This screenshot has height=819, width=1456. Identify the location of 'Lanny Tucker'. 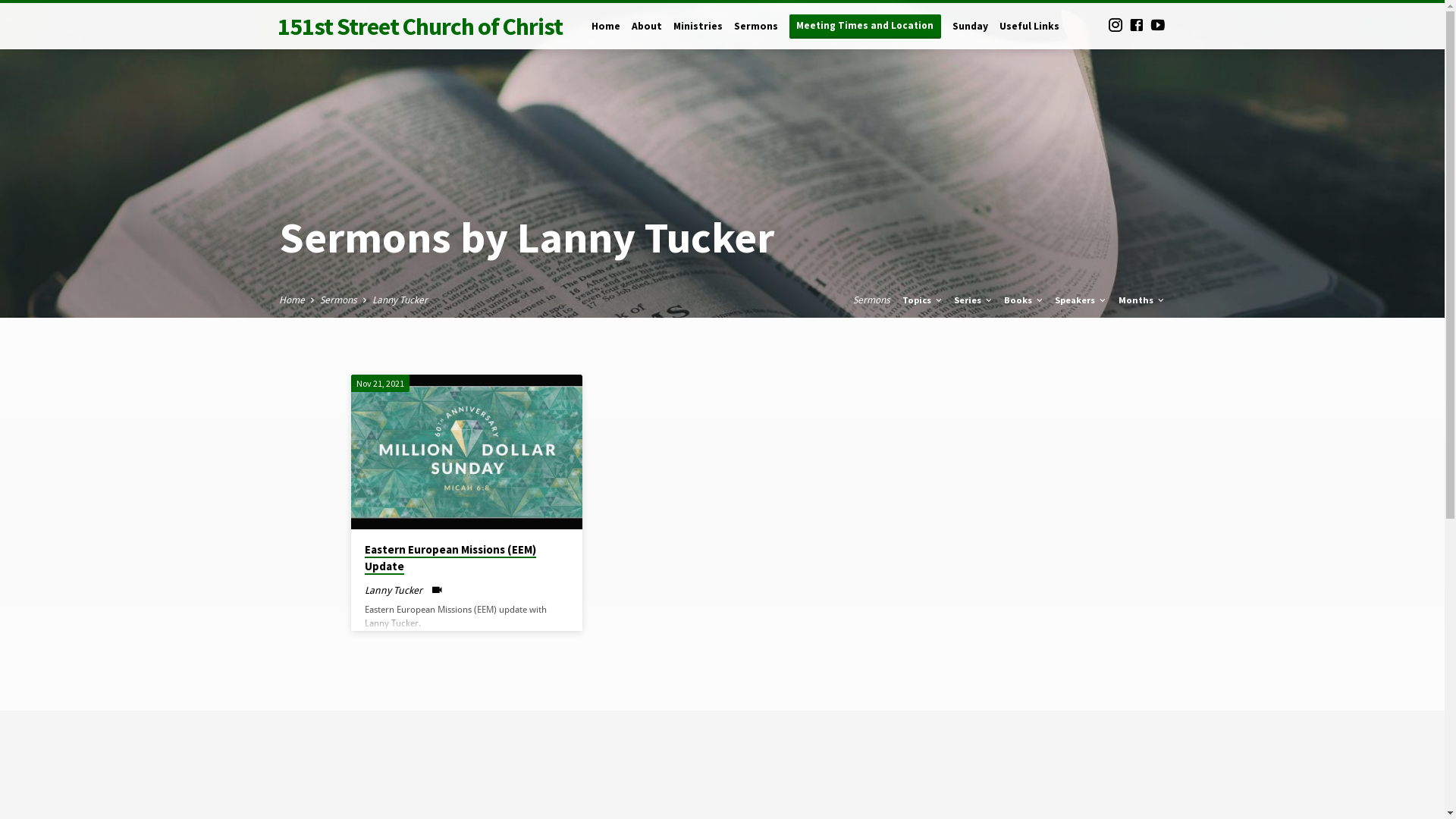
(393, 589).